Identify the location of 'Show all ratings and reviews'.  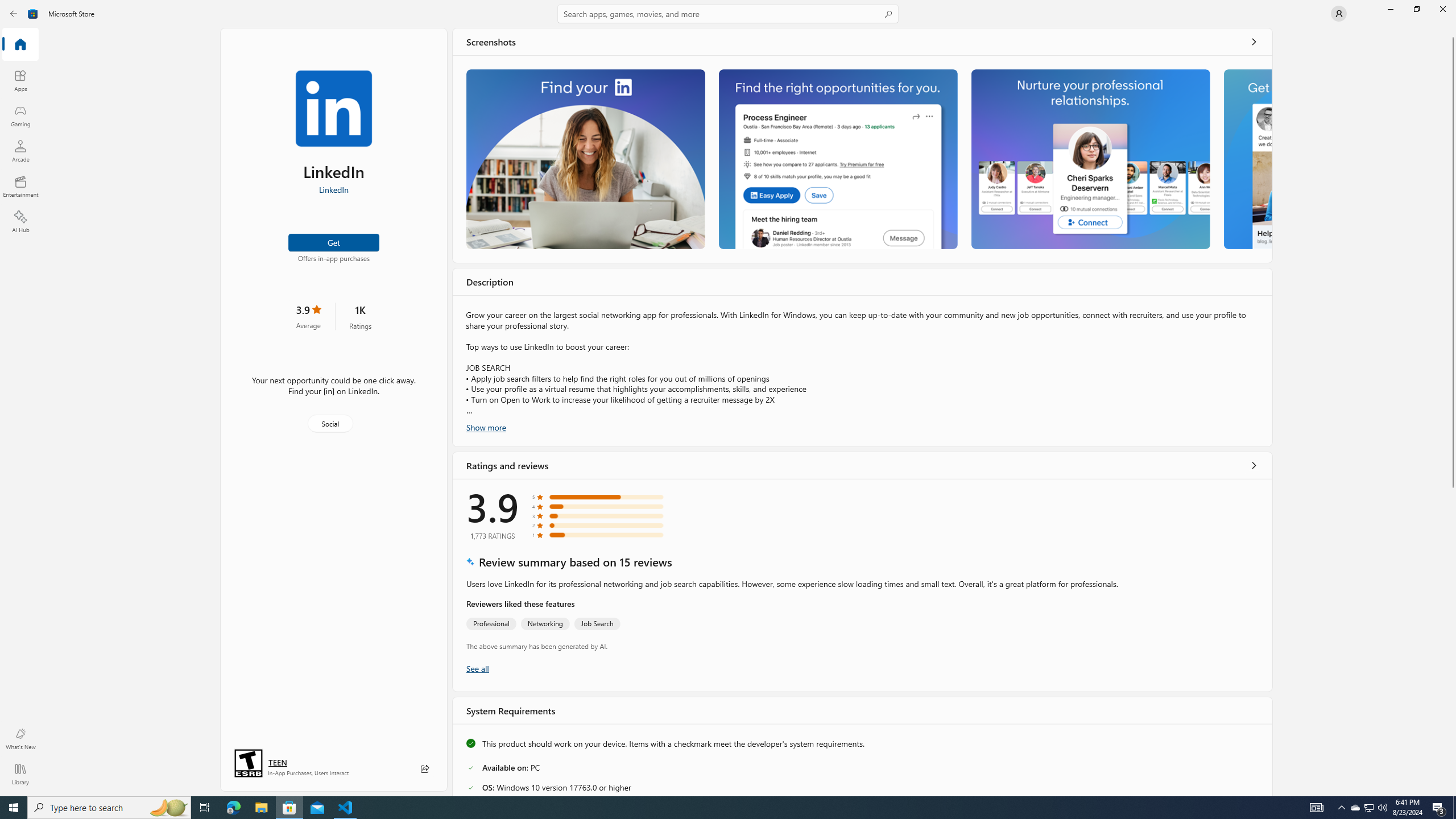
(1254, 464).